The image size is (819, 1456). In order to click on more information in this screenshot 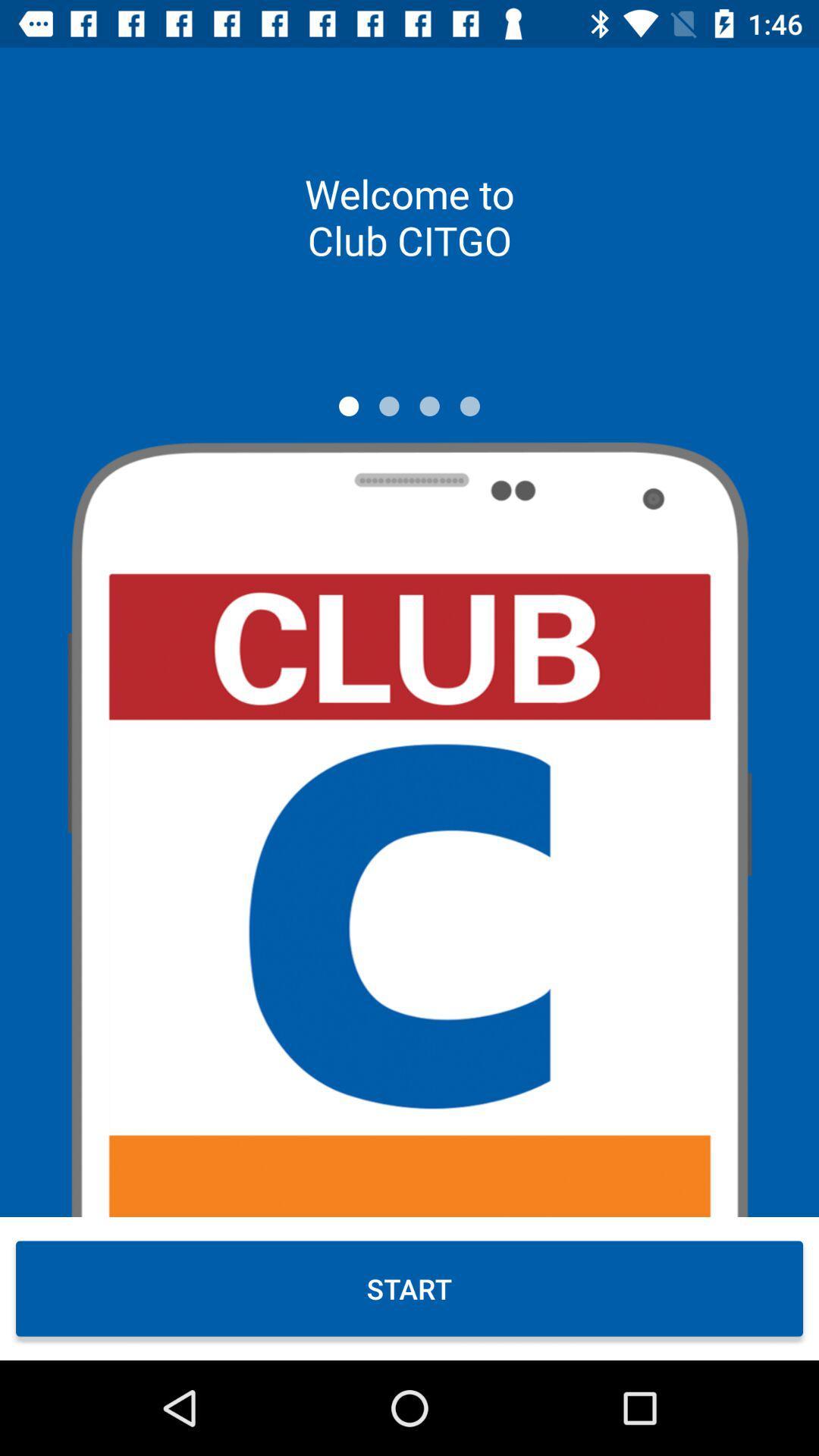, I will do `click(469, 406)`.